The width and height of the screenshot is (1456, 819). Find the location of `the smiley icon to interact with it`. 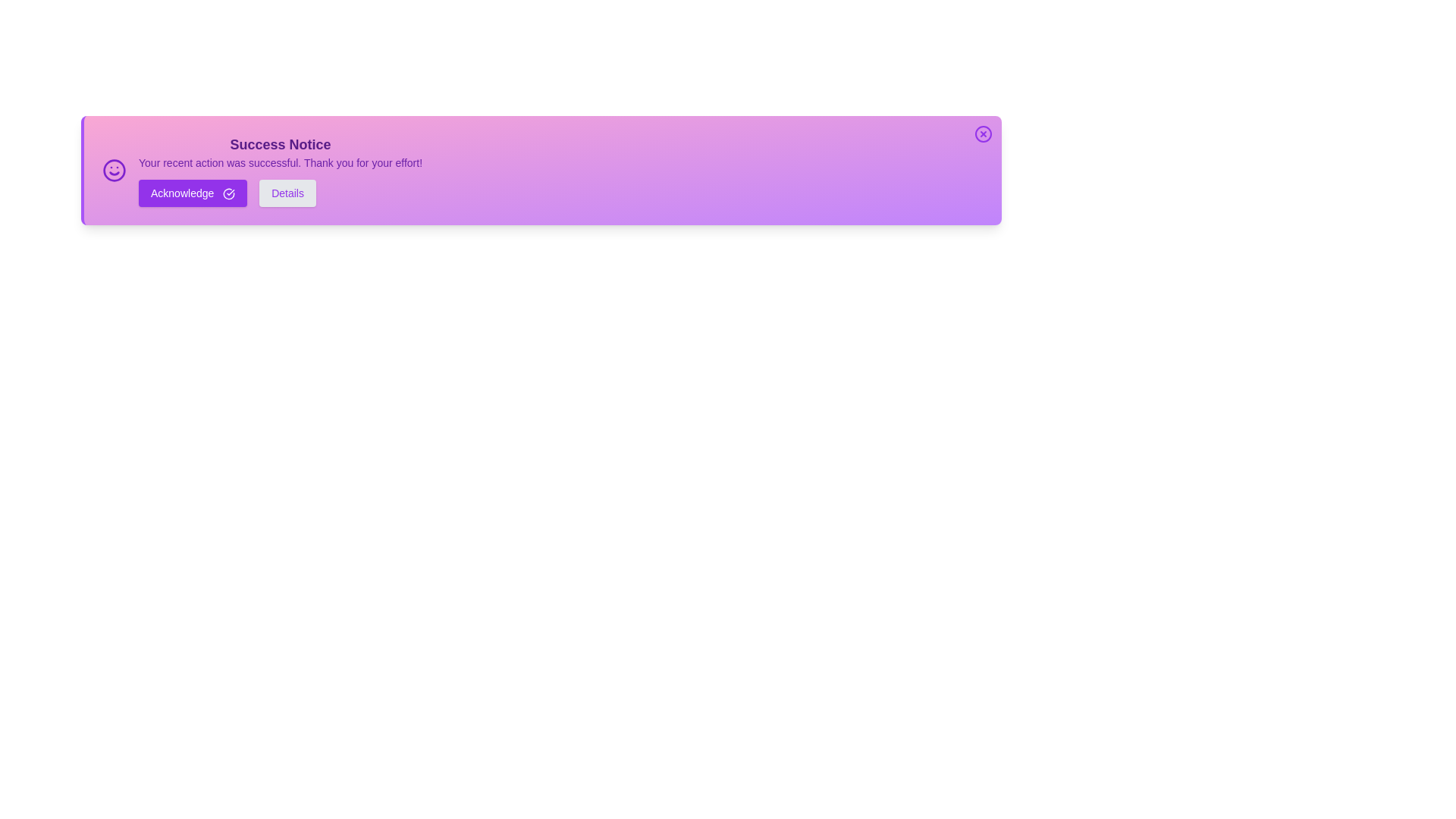

the smiley icon to interact with it is located at coordinates (113, 170).